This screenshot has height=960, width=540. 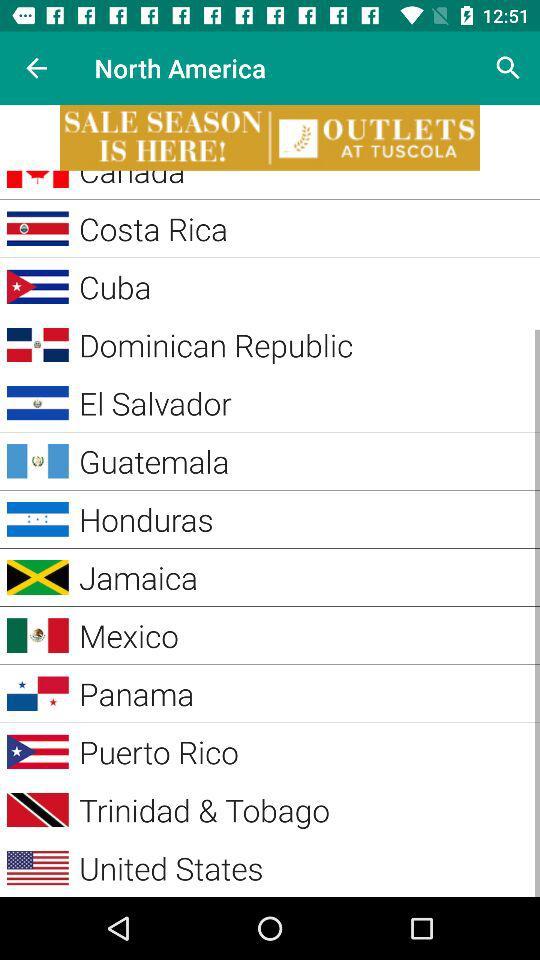 I want to click on the symbol beside united states, so click(x=38, y=867).